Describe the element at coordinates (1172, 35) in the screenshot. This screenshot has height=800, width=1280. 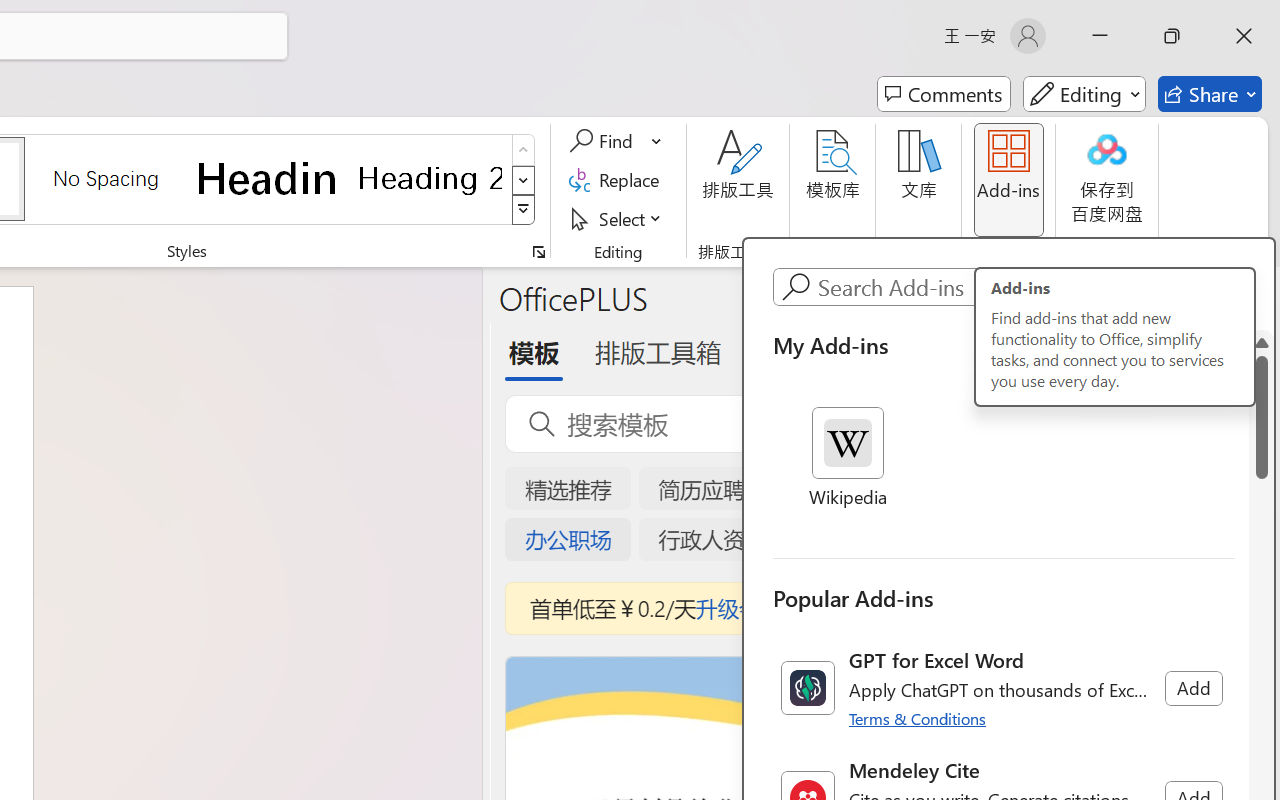
I see `'Restore Down'` at that location.